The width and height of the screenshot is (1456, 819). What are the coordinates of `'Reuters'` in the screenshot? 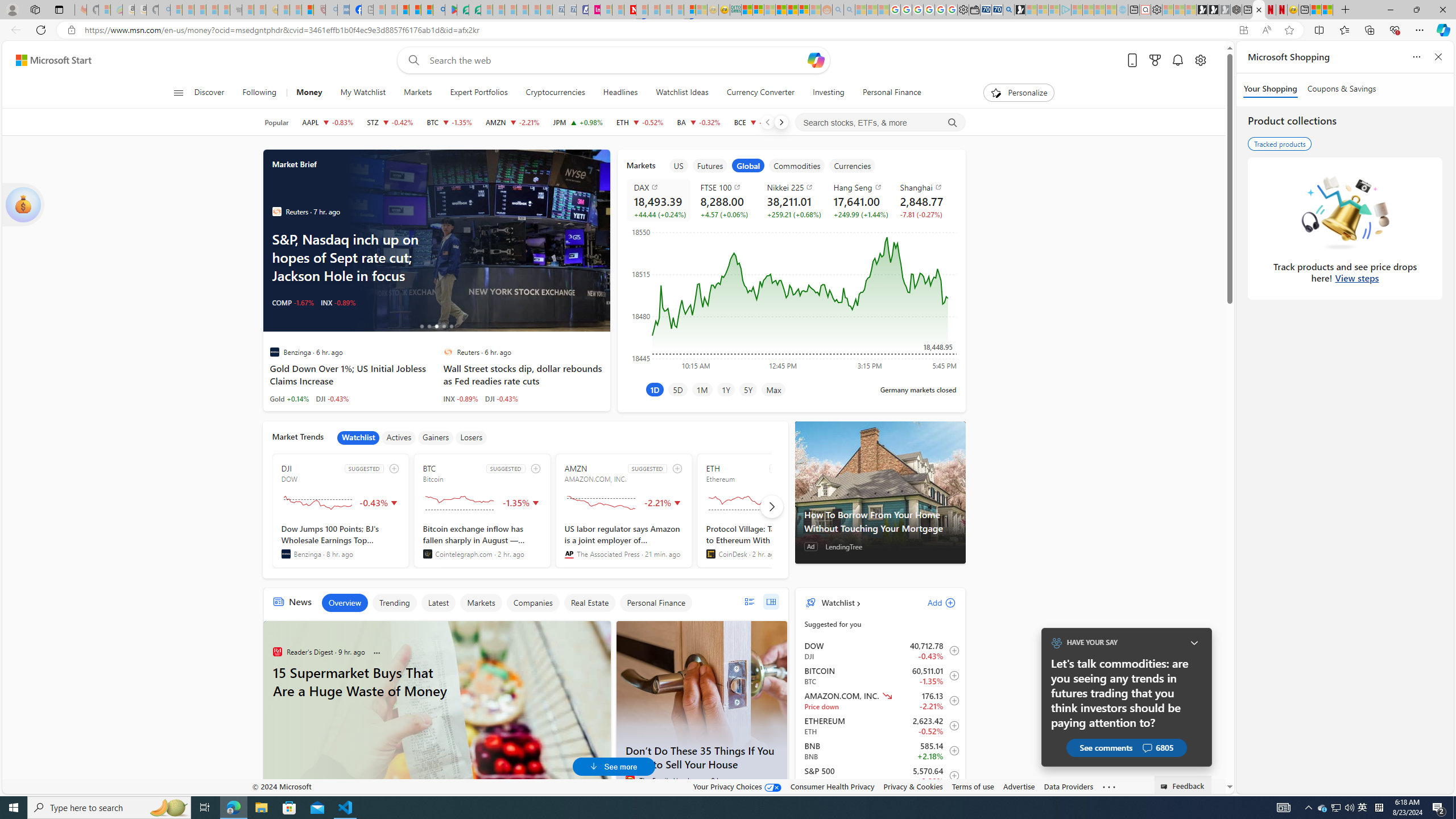 It's located at (447, 351).